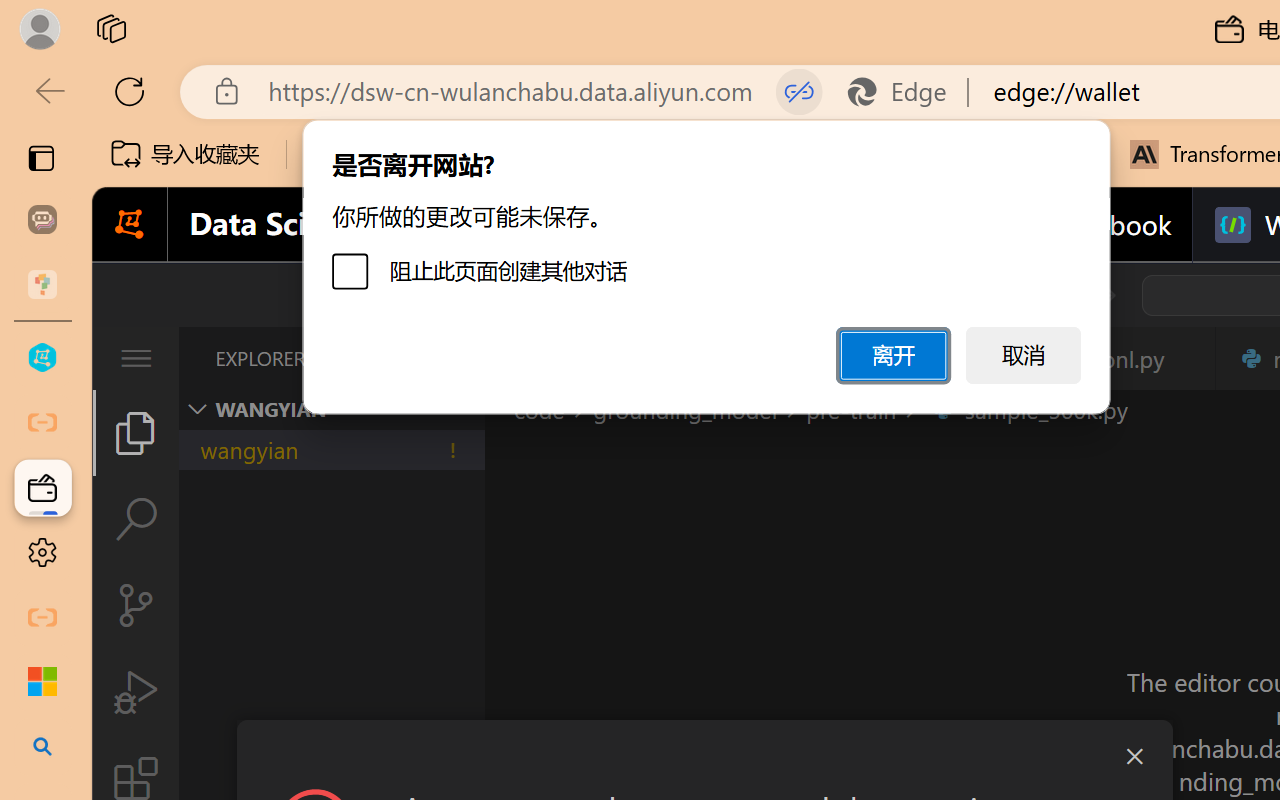  Describe the element at coordinates (1134, 756) in the screenshot. I see `'Close Dialog'` at that location.